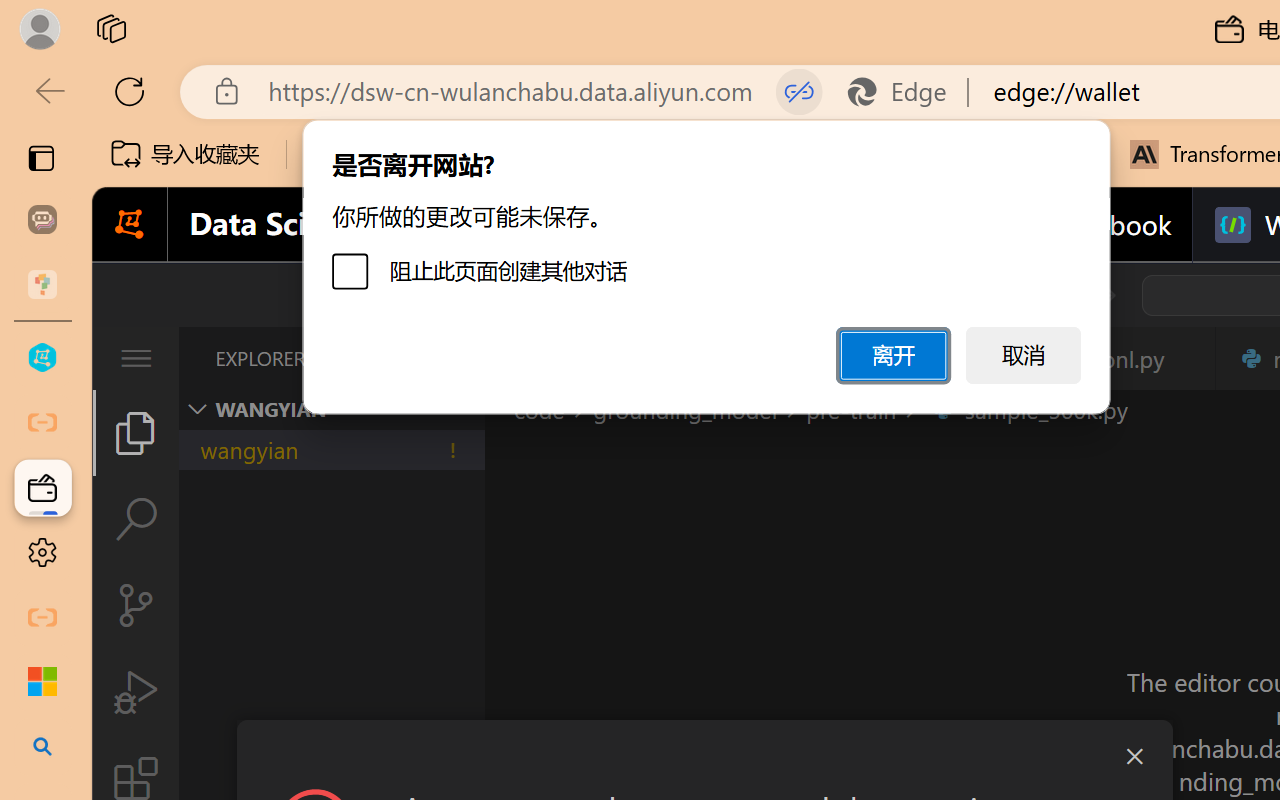  Describe the element at coordinates (1134, 756) in the screenshot. I see `'Close Dialog'` at that location.